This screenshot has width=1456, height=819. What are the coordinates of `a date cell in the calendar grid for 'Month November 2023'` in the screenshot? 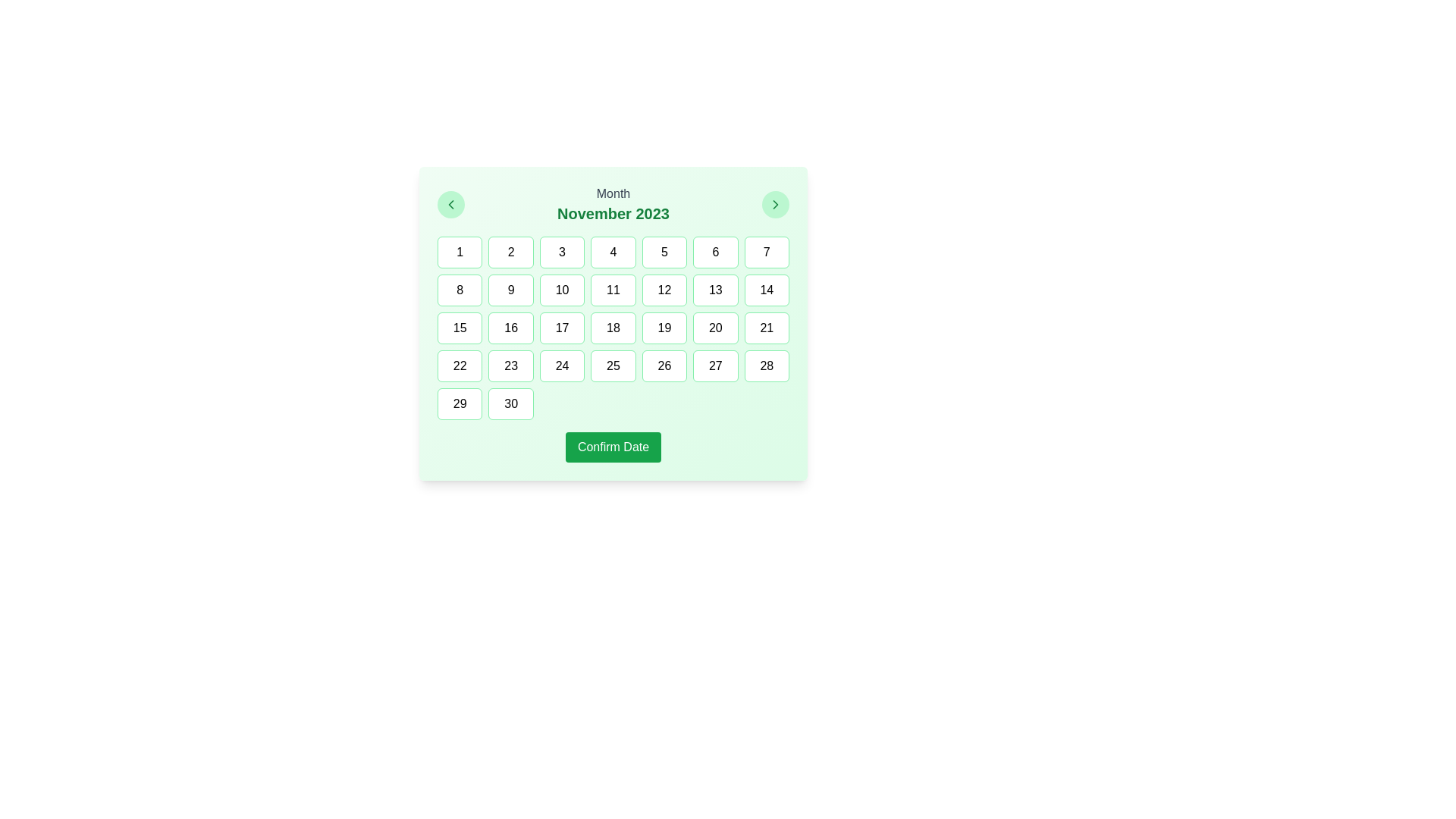 It's located at (613, 327).